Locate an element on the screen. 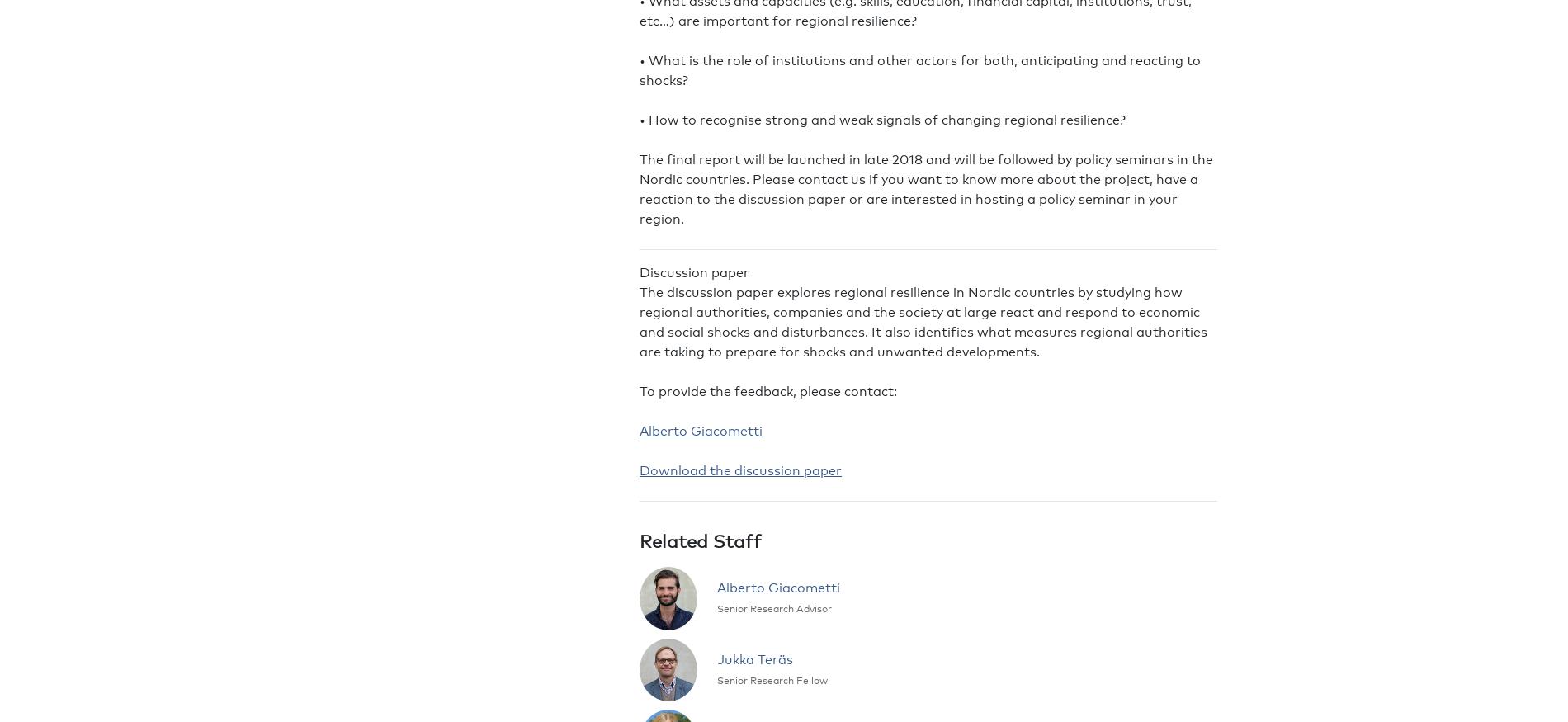 The height and width of the screenshot is (722, 1568). 'Download the discussion paper' is located at coordinates (639, 470).